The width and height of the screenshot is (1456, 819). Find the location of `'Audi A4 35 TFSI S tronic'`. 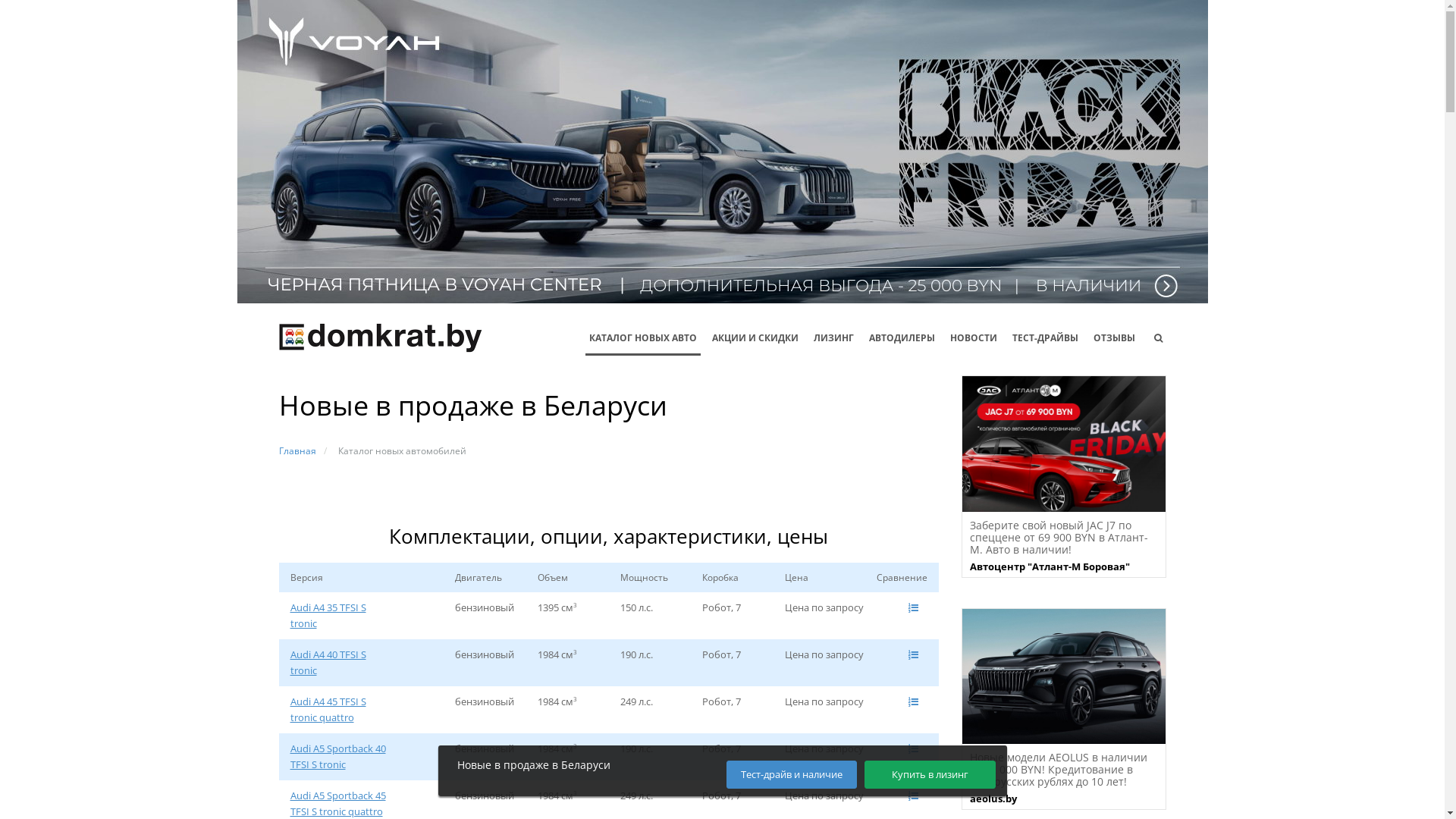

'Audi A4 35 TFSI S tronic' is located at coordinates (337, 616).